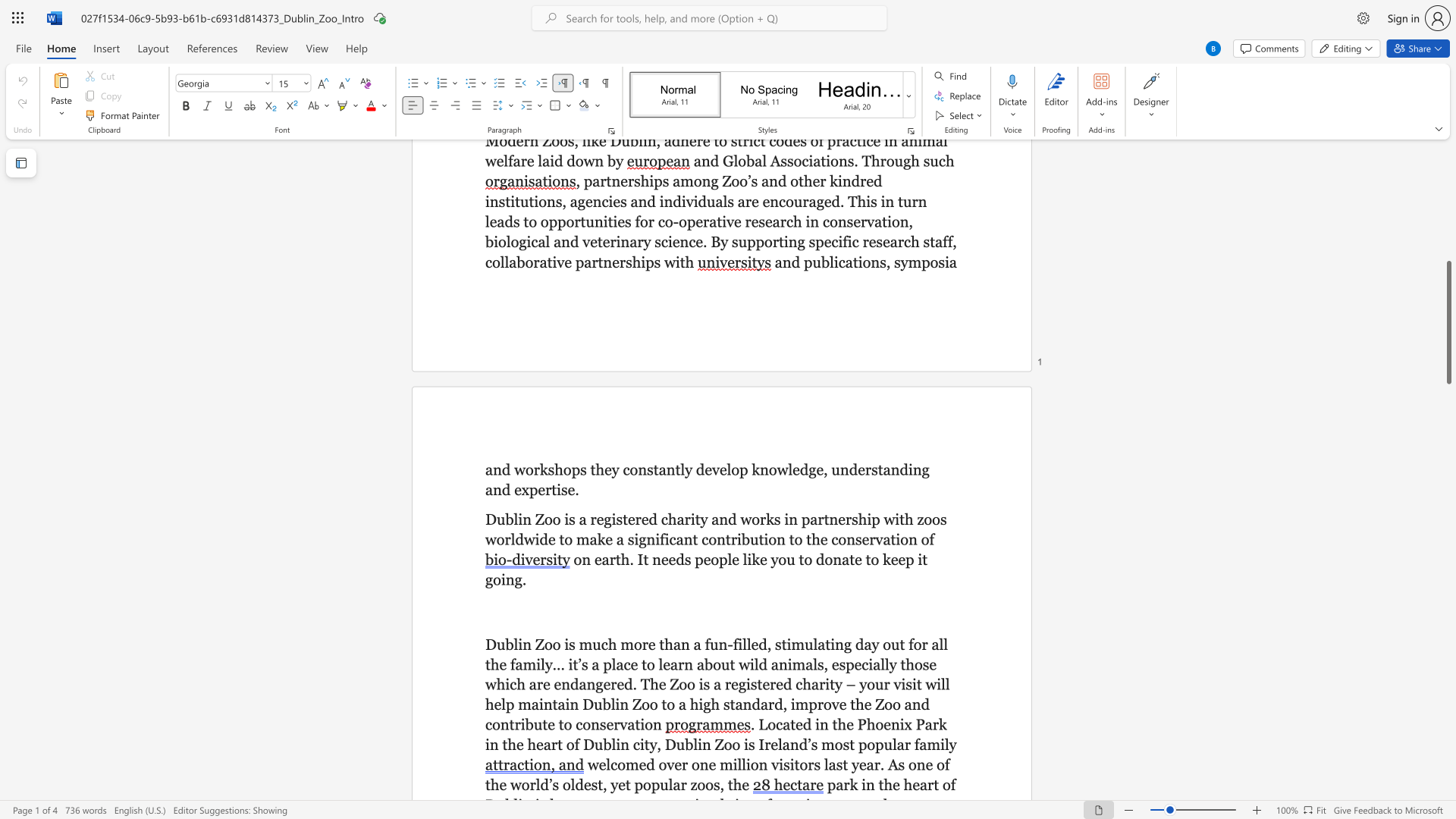  What do you see at coordinates (544, 469) in the screenshot?
I see `the 1th character "k" in the text` at bounding box center [544, 469].